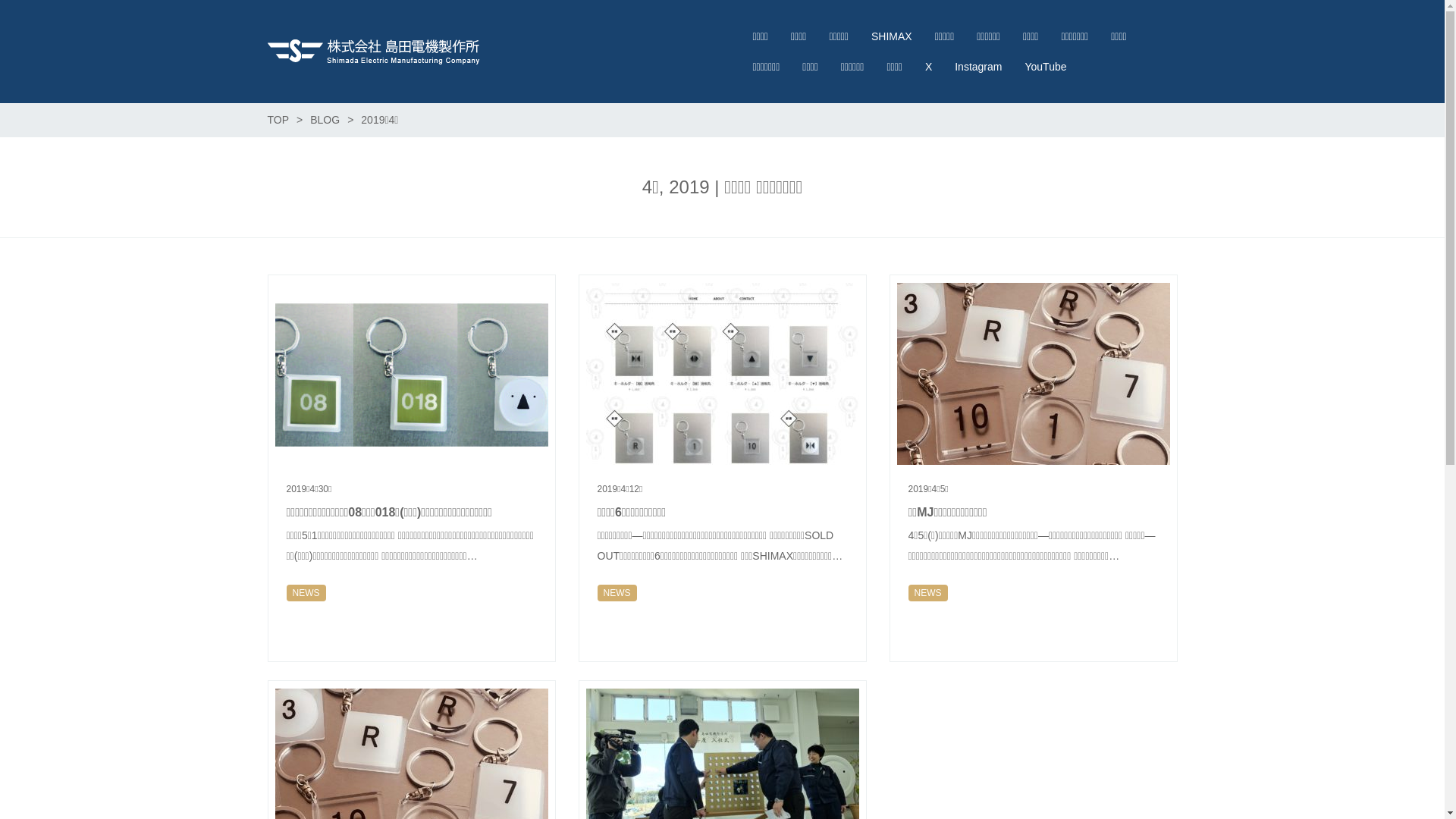 This screenshot has height=819, width=1456. What do you see at coordinates (927, 66) in the screenshot?
I see `'X'` at bounding box center [927, 66].